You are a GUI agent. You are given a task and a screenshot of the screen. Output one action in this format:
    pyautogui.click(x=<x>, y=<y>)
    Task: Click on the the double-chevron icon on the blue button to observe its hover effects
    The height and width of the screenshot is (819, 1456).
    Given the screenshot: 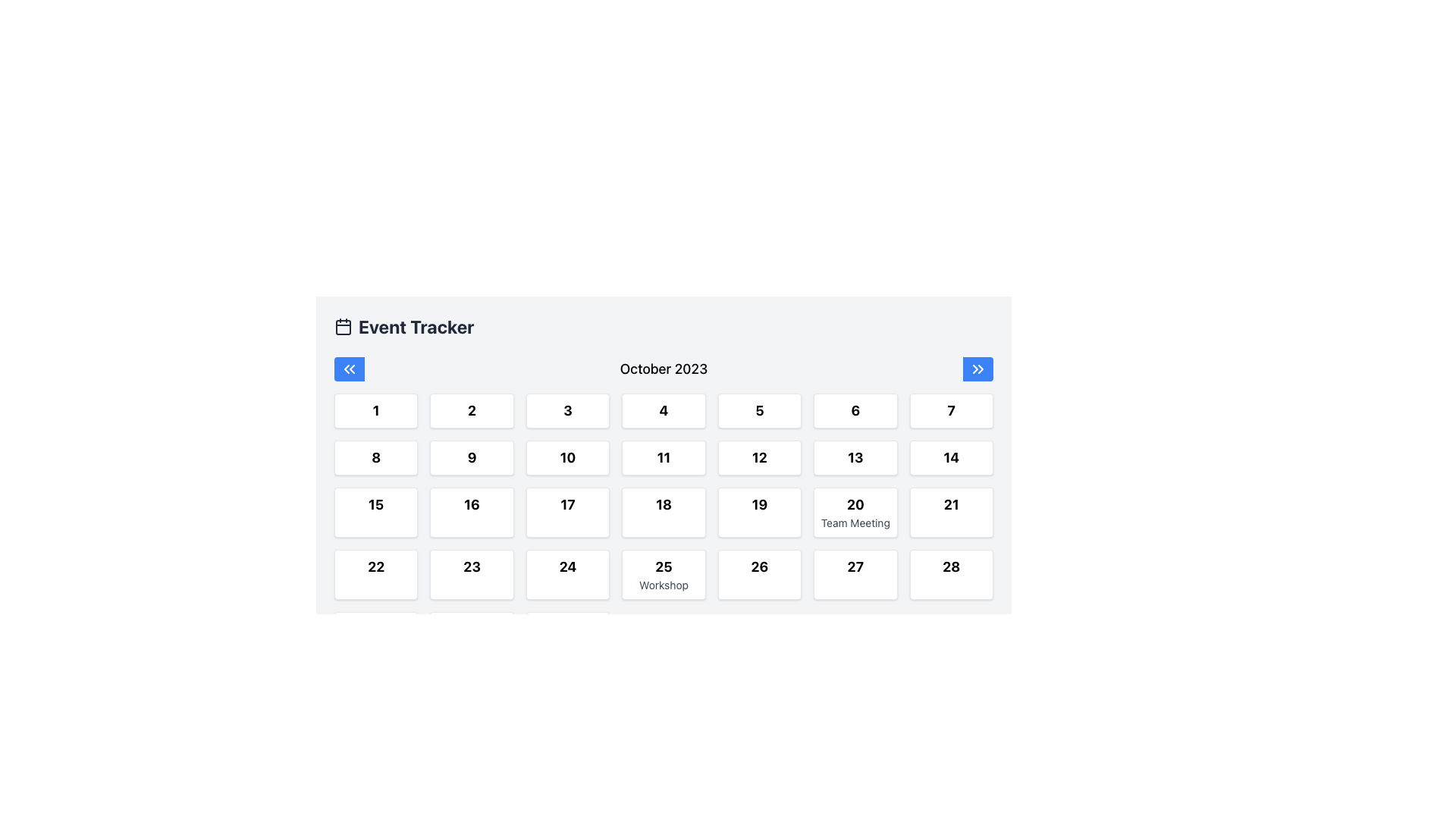 What is the action you would take?
    pyautogui.click(x=348, y=369)
    